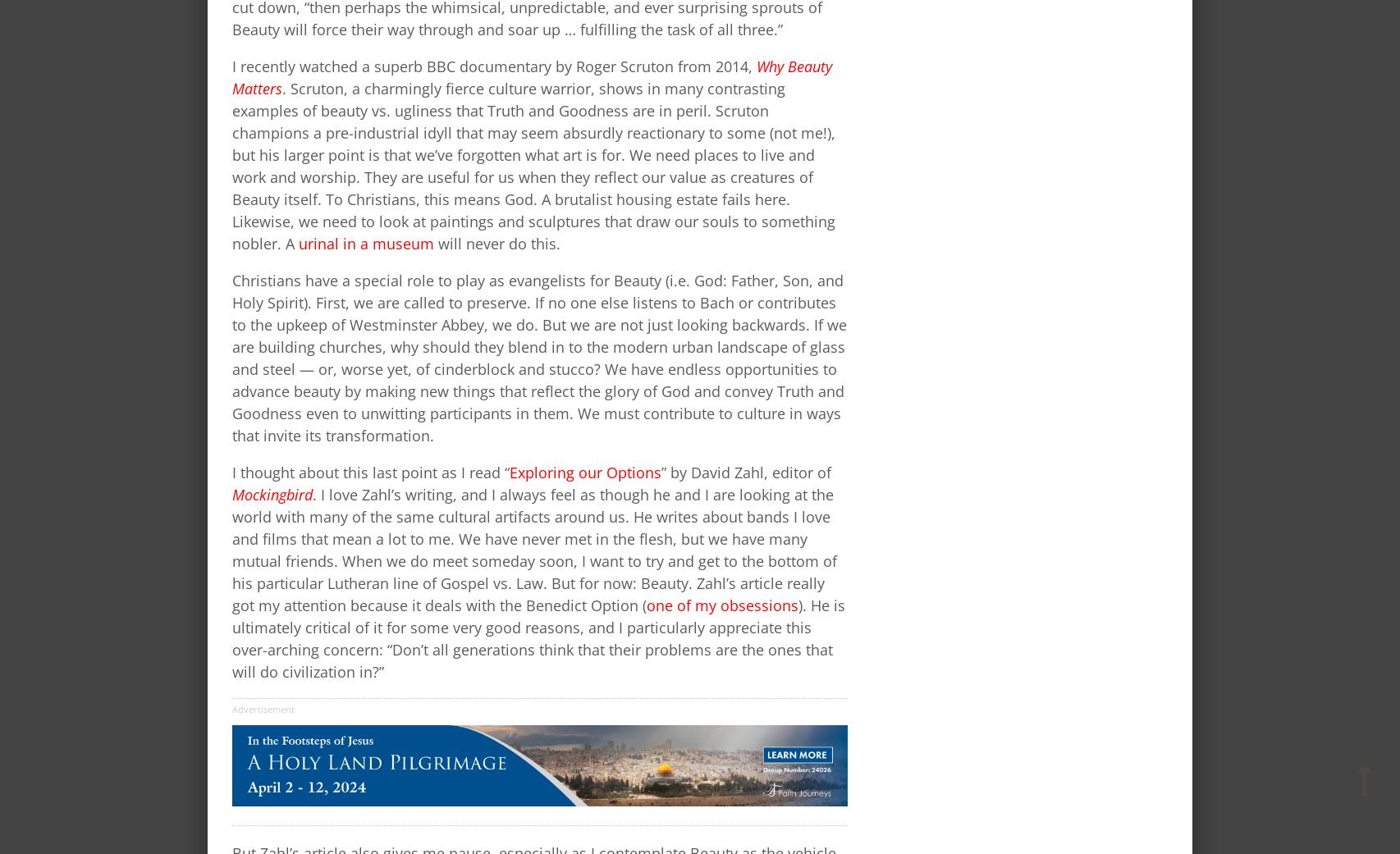 The width and height of the screenshot is (1400, 854). Describe the element at coordinates (272, 494) in the screenshot. I see `'Mockingbird'` at that location.